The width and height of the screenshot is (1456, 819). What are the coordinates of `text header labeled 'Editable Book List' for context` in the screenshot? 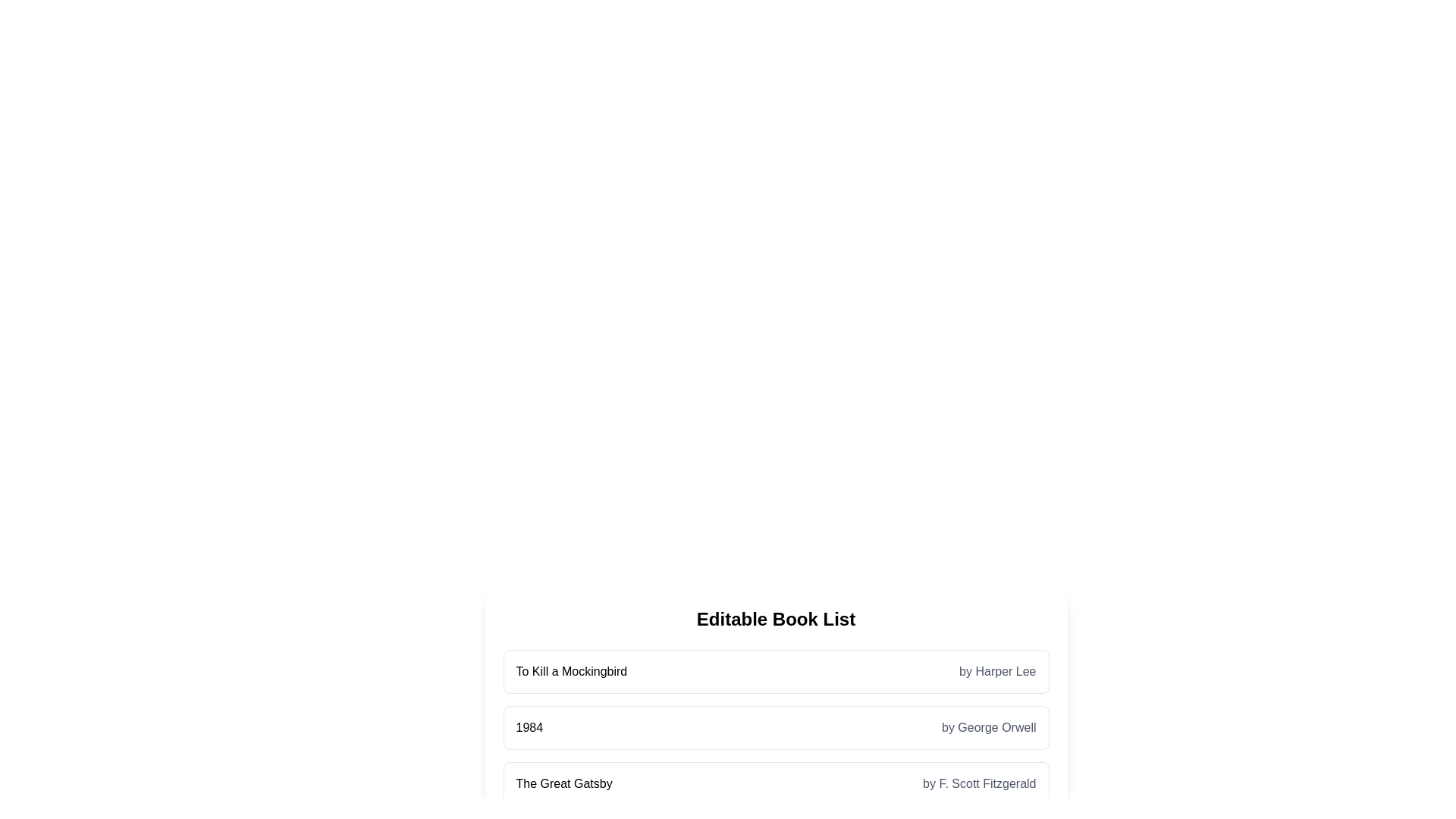 It's located at (776, 620).